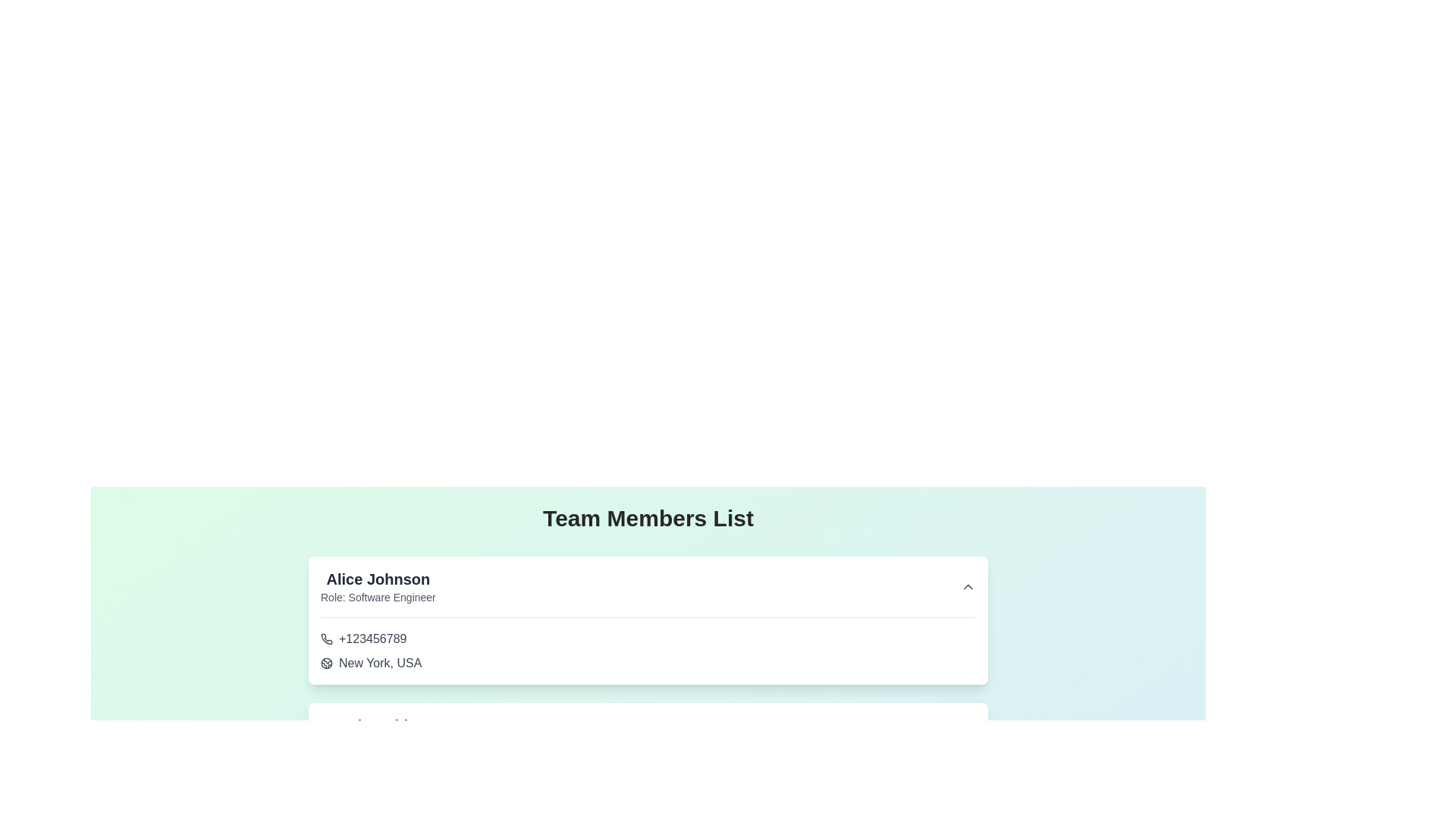  Describe the element at coordinates (326, 639) in the screenshot. I see `the phone call icon located in the upper section of the contact card, immediately to the left of the phone number '+123456789'` at that location.